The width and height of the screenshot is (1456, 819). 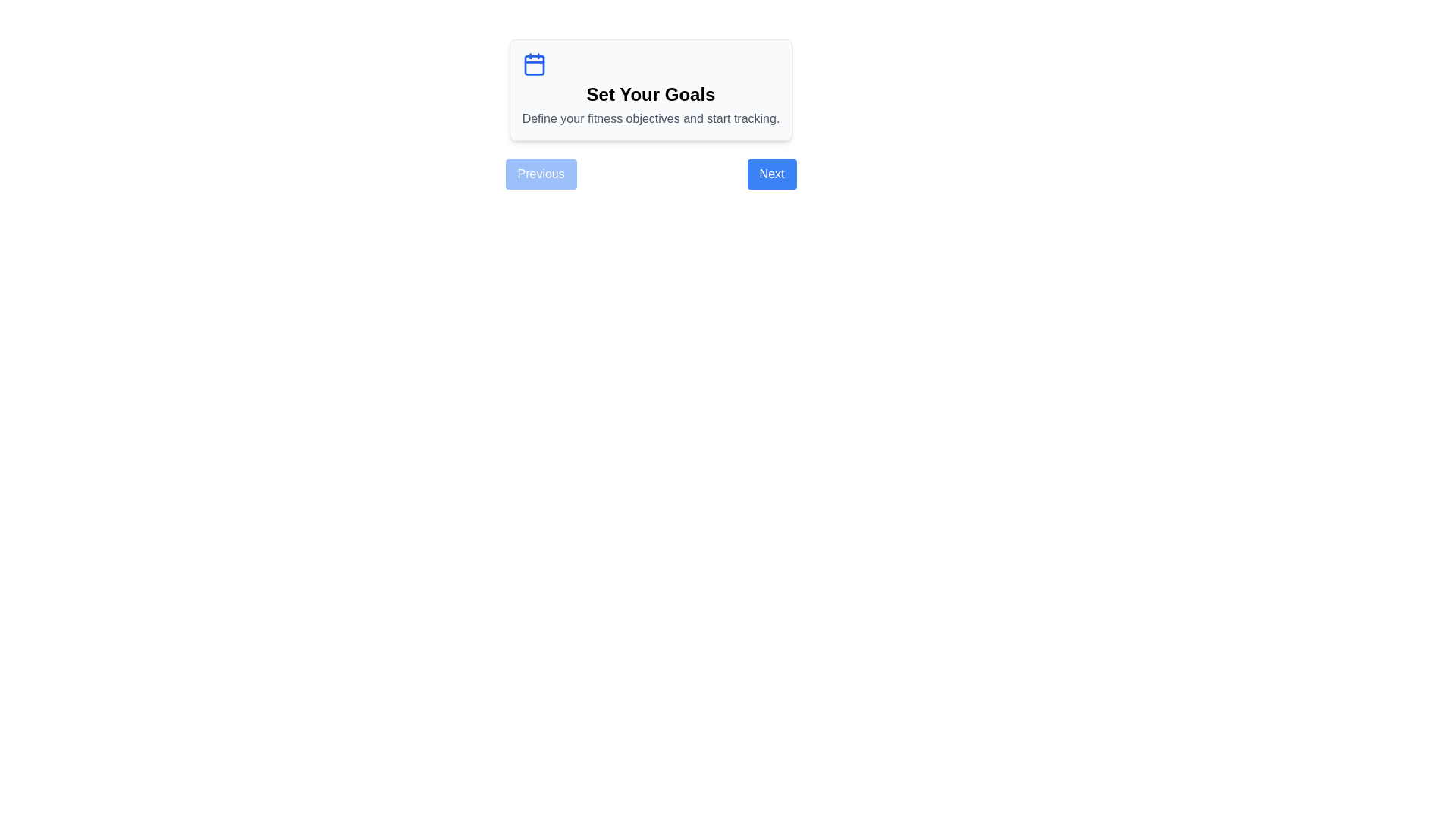 I want to click on the informative text label that introduces users to the purpose of the 'Set Your Goals' section, so click(x=651, y=118).